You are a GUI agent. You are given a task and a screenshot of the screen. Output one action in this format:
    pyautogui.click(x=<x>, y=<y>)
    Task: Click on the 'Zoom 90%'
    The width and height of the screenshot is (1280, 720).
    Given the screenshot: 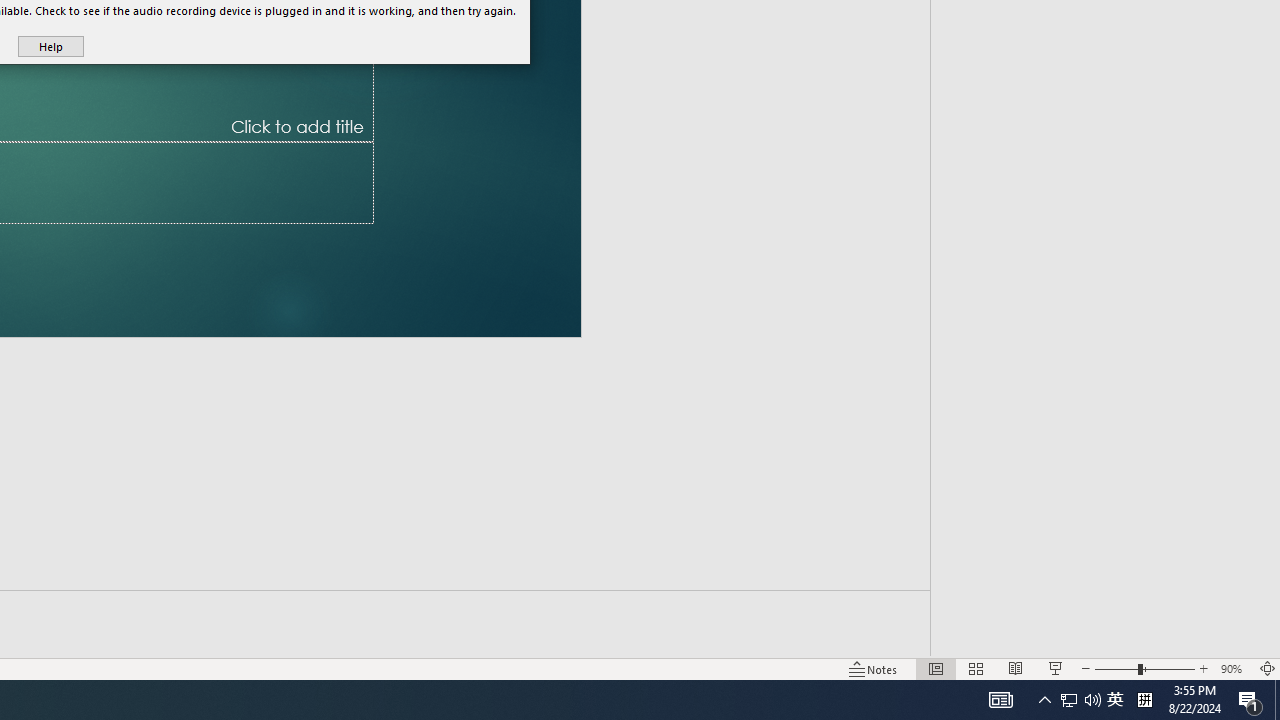 What is the action you would take?
    pyautogui.click(x=1233, y=669)
    